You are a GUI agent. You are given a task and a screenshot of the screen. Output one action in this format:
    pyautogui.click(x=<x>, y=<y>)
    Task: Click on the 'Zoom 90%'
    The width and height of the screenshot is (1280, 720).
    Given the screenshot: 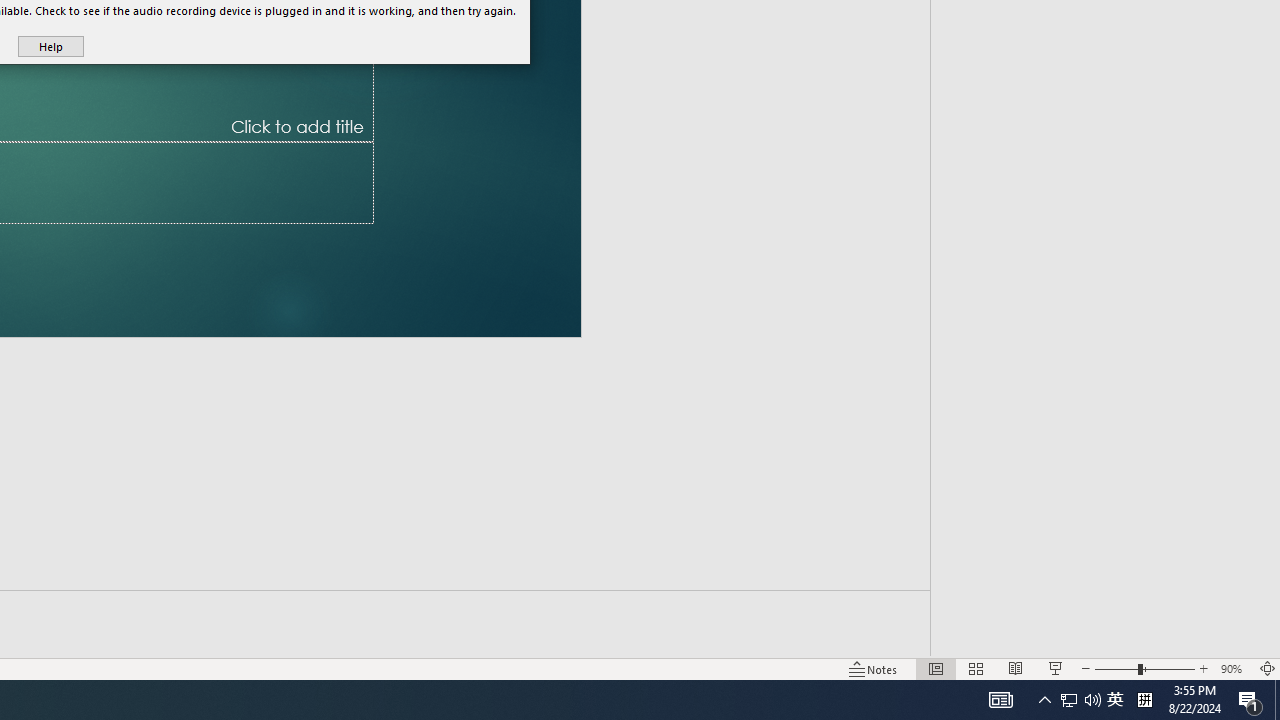 What is the action you would take?
    pyautogui.click(x=1233, y=669)
    